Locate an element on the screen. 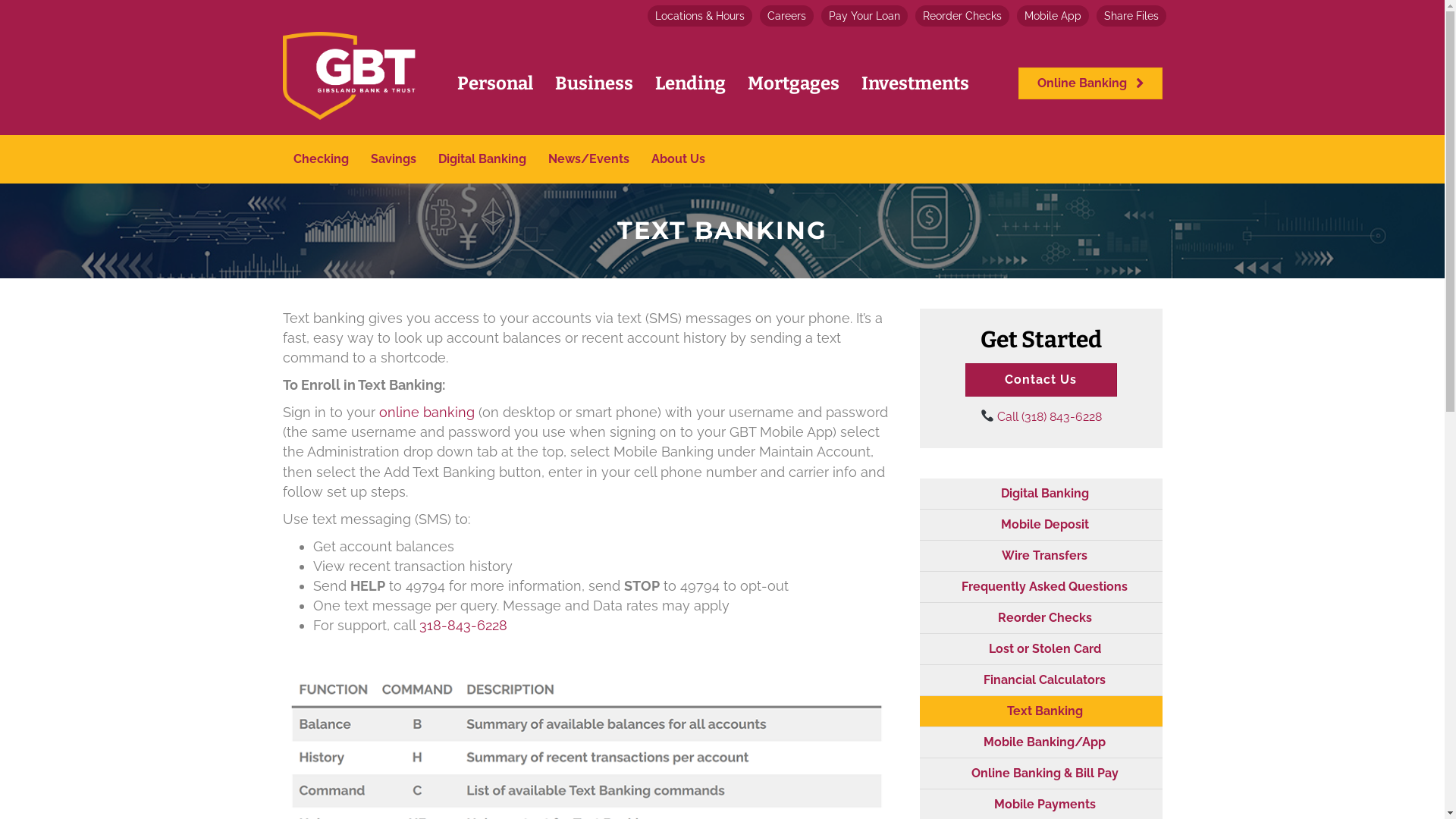 This screenshot has width=1456, height=819. 'Mortgages' is located at coordinates (736, 83).